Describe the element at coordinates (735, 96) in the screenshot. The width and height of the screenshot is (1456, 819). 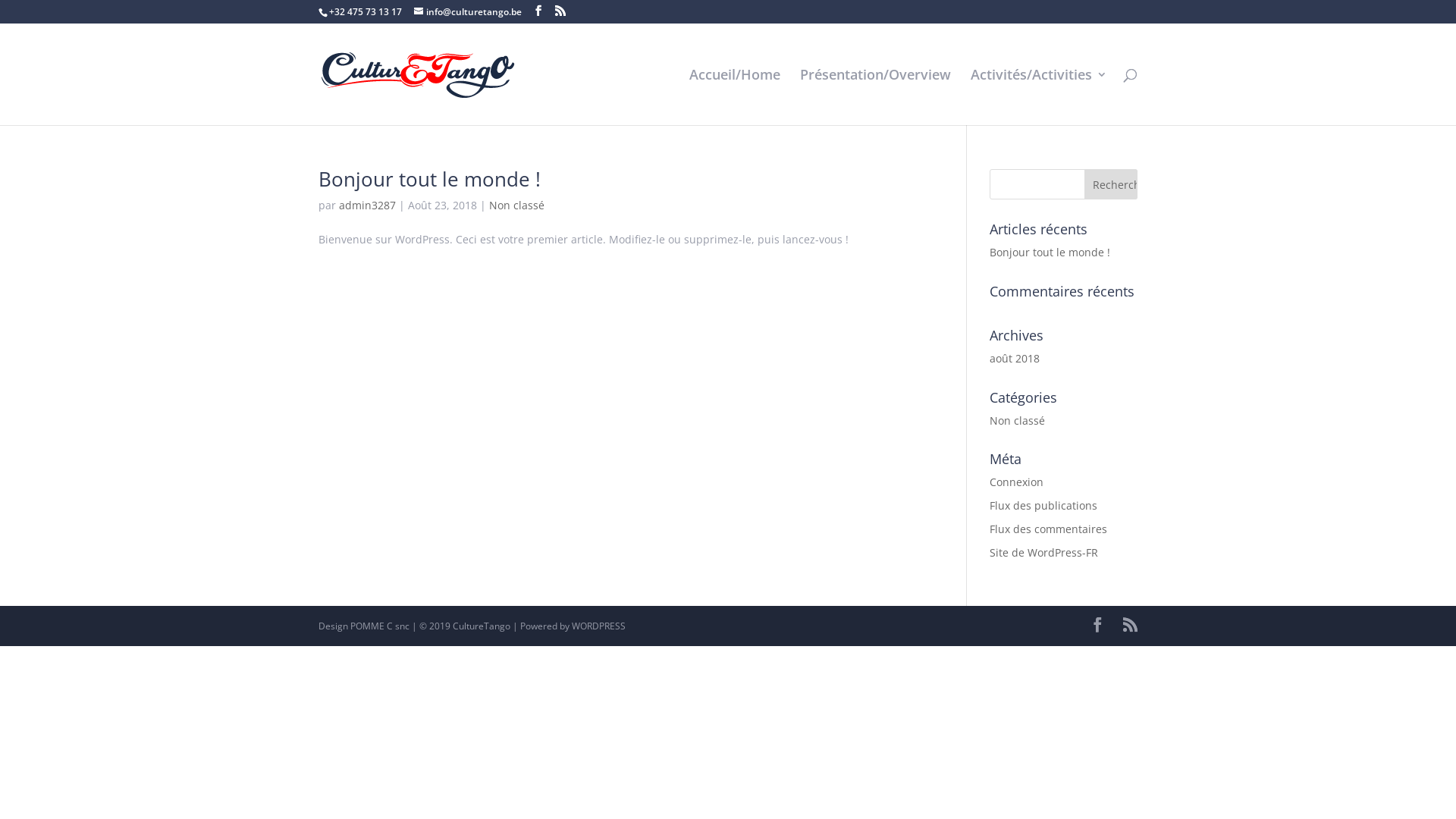
I see `'Accueil/Home'` at that location.